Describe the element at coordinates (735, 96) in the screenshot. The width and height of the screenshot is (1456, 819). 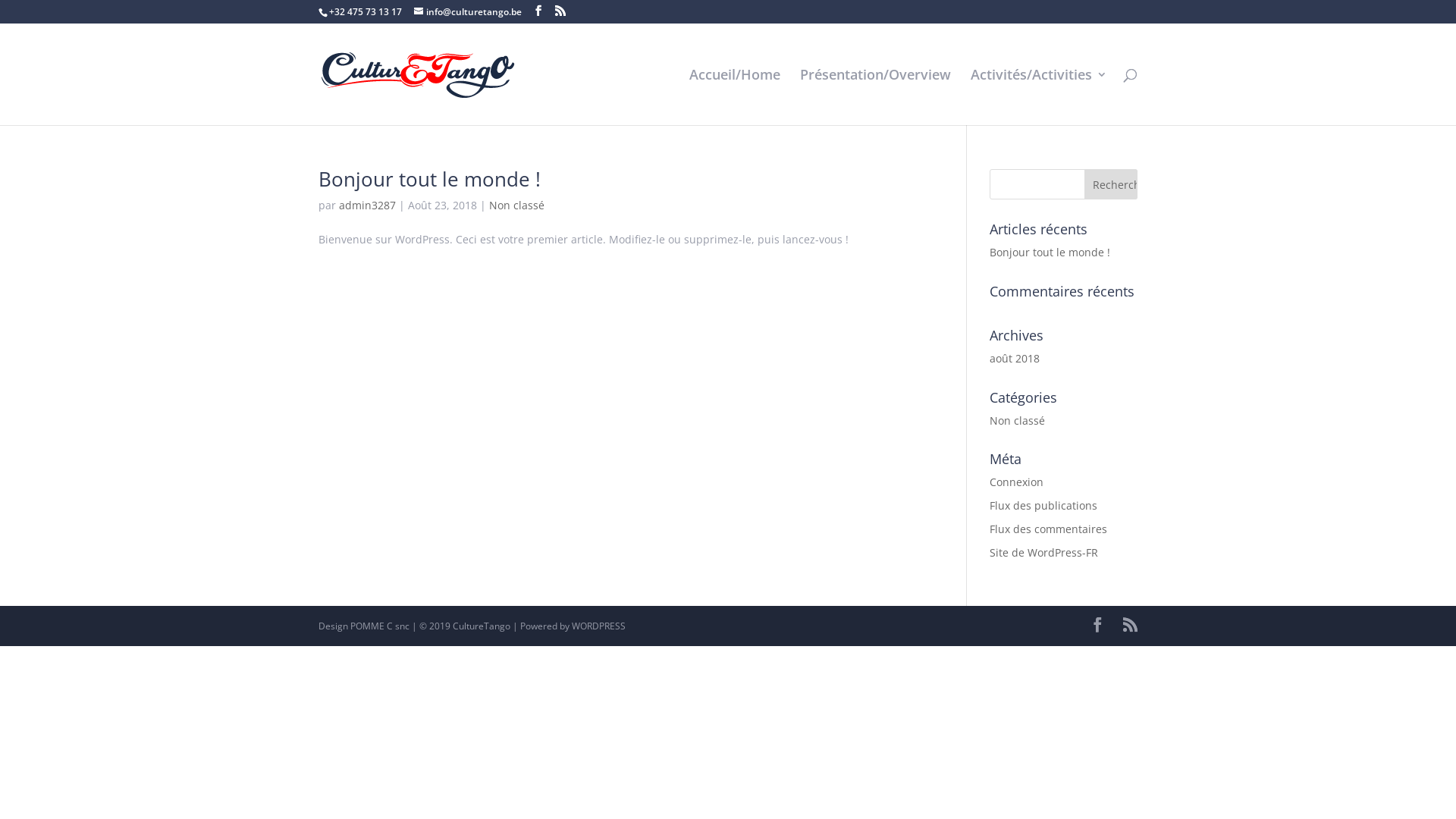
I see `'Accueil/Home'` at that location.